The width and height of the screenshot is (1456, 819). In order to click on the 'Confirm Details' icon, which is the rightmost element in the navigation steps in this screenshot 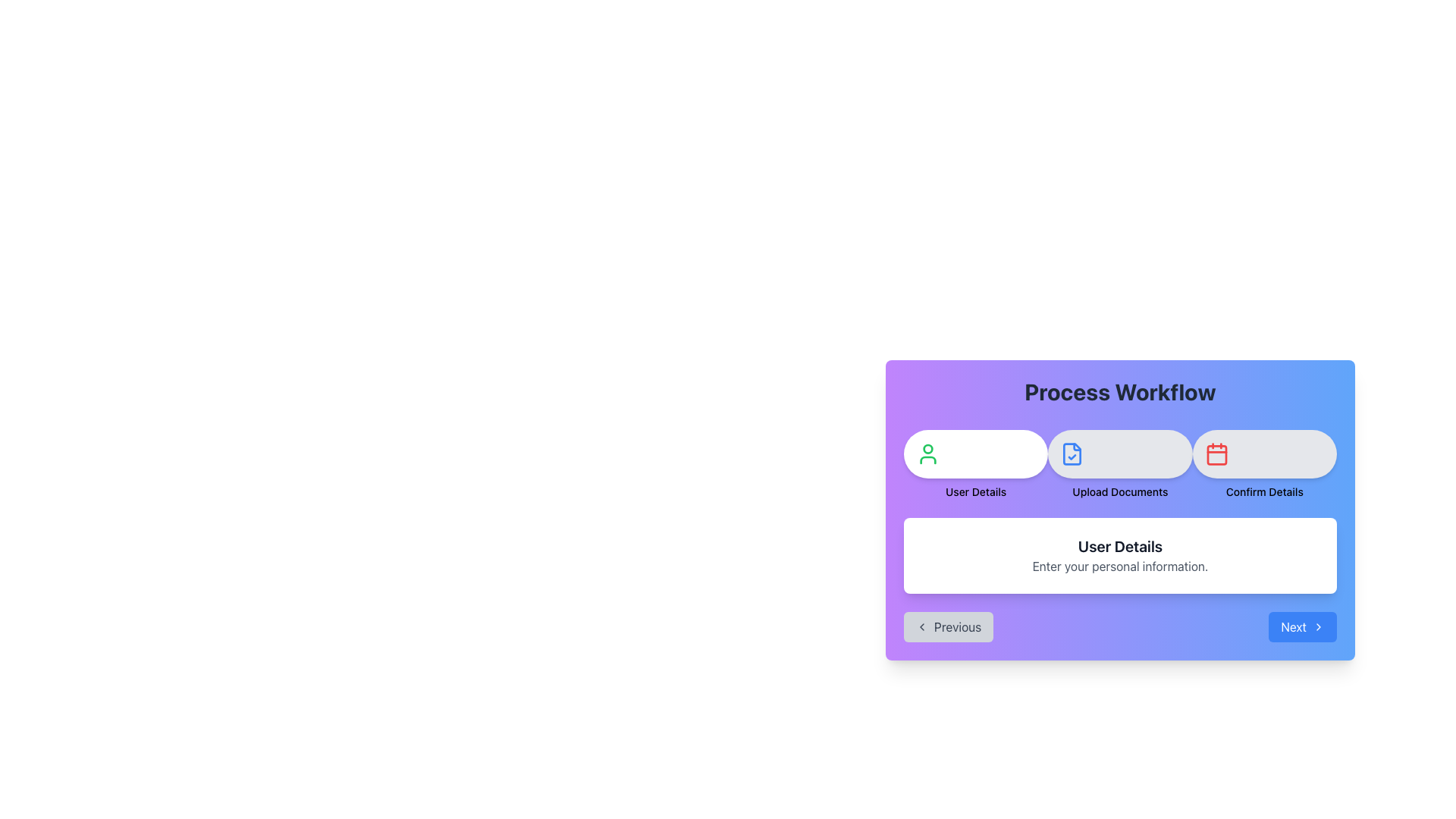, I will do `click(1216, 453)`.